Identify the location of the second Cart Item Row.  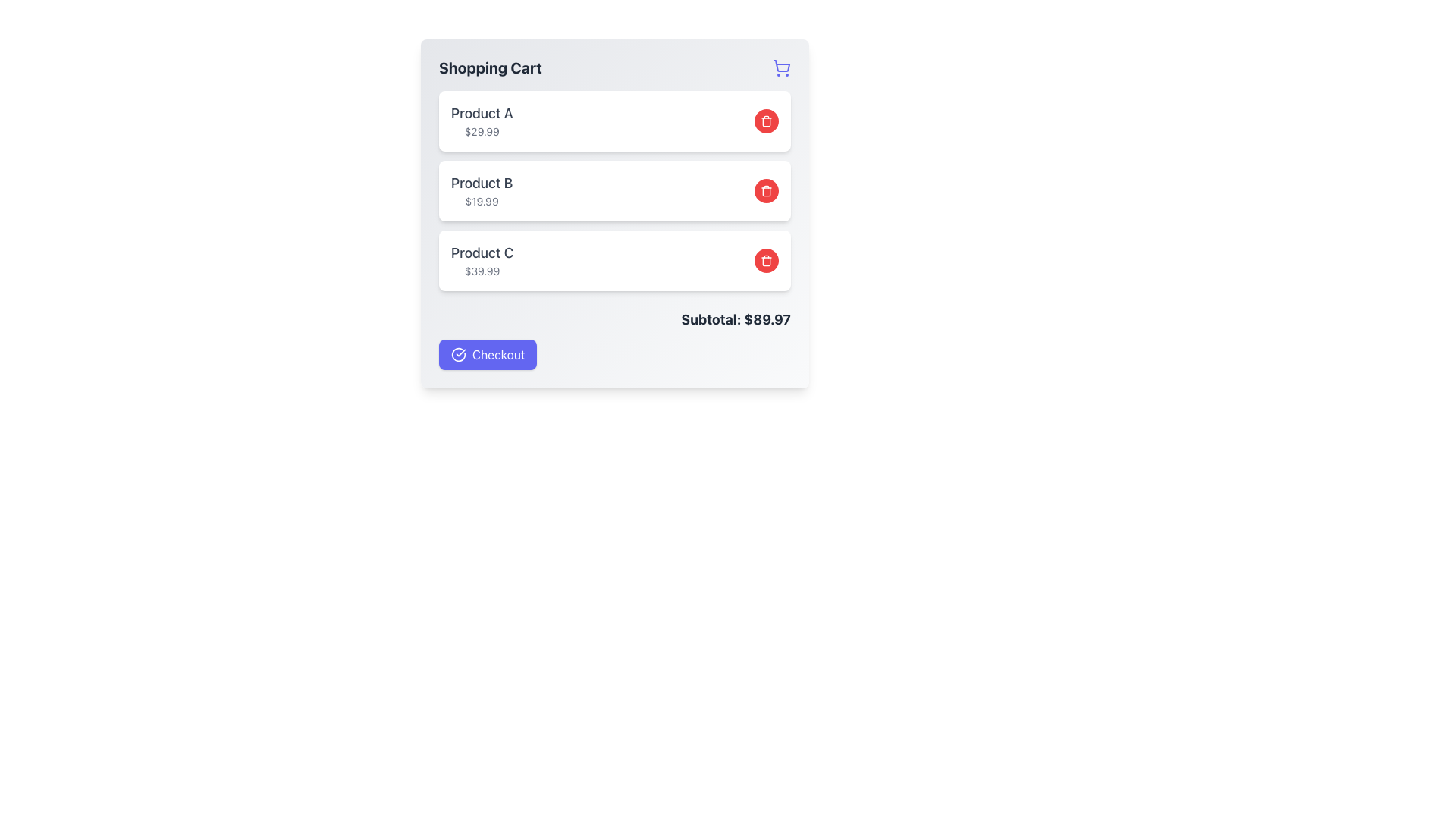
(615, 190).